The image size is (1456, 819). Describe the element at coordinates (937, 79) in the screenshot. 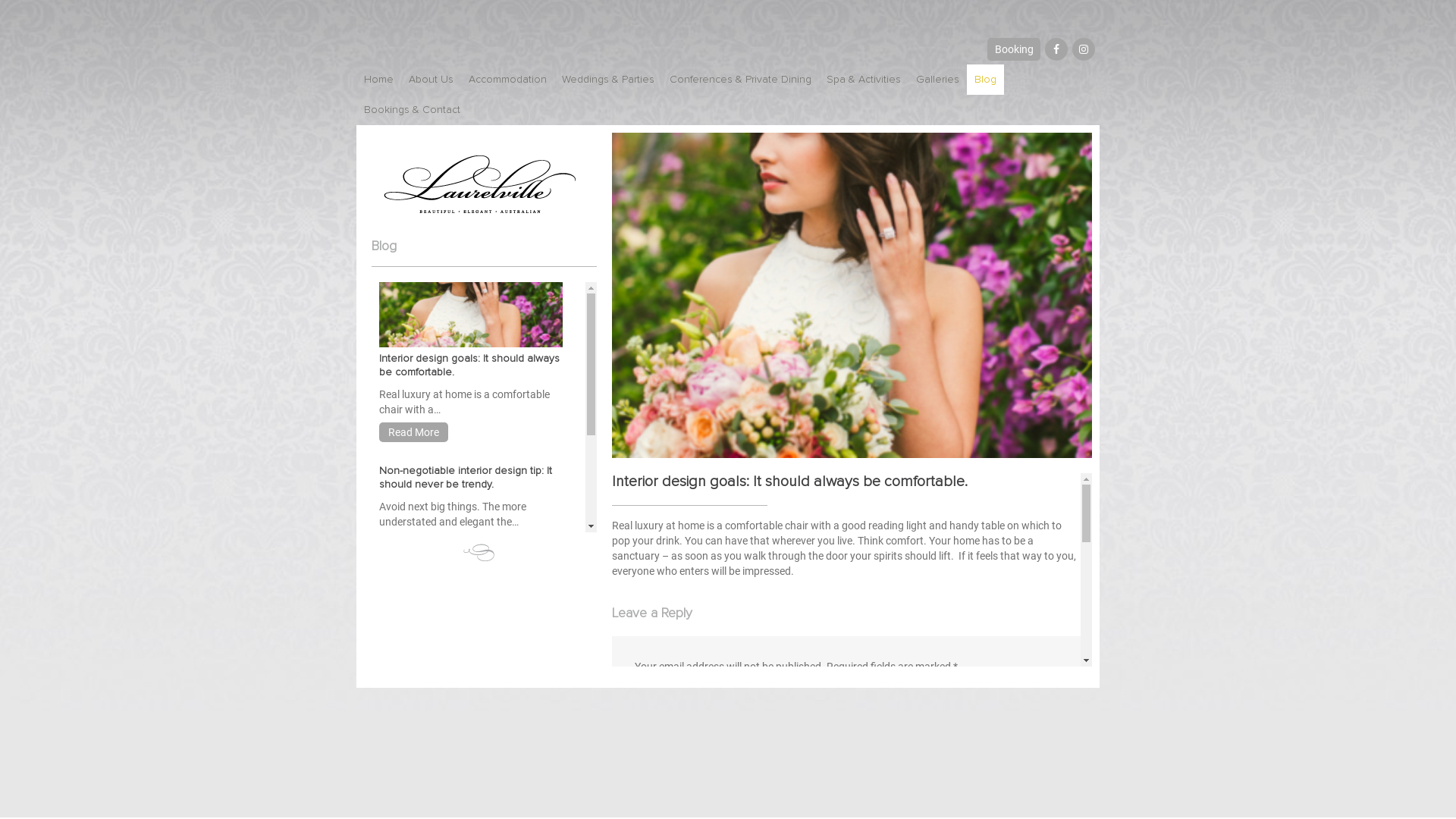

I see `'Galleries'` at that location.